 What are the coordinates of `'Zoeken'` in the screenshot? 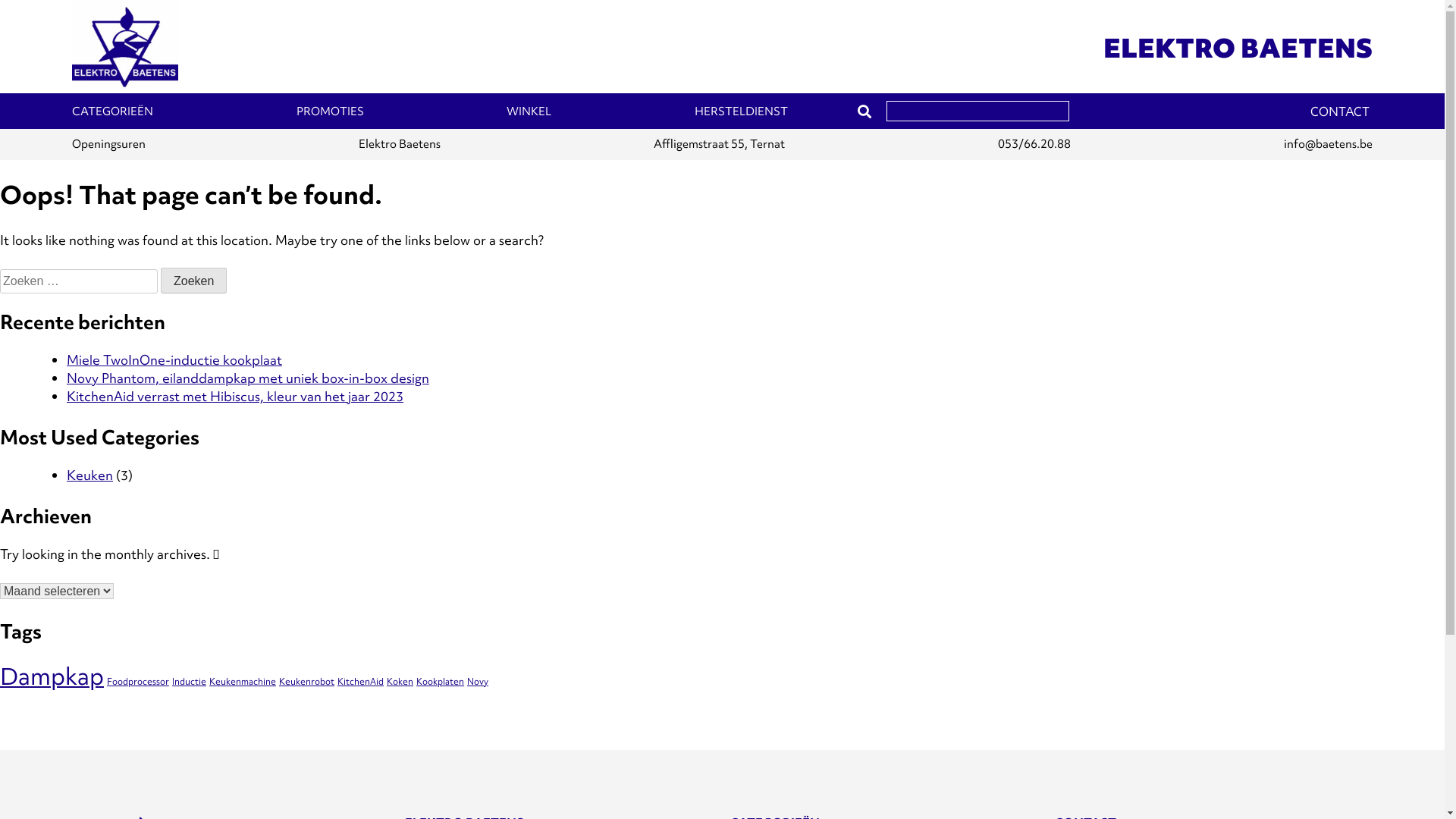 It's located at (193, 281).